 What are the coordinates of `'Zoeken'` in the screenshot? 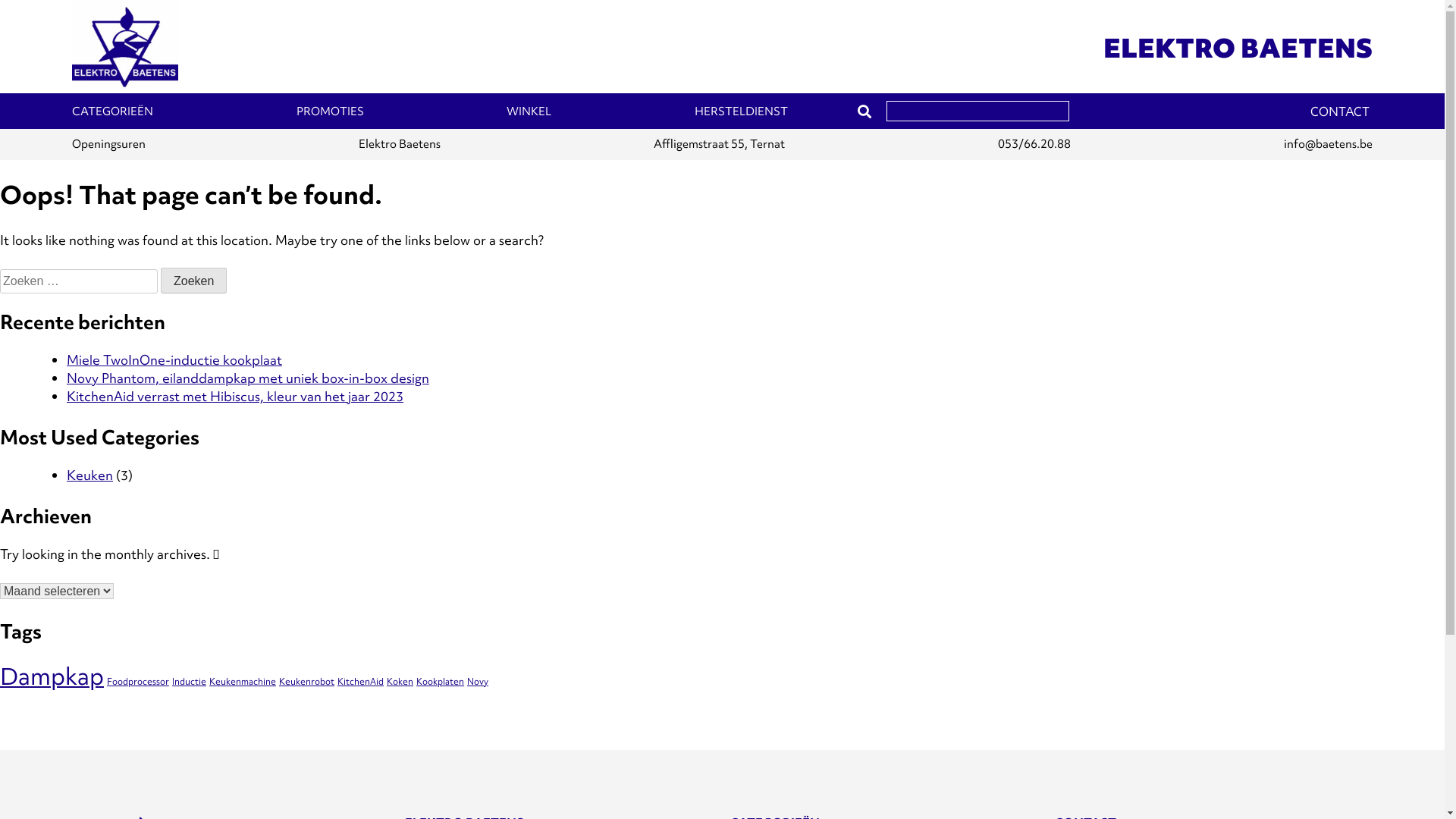 It's located at (193, 281).